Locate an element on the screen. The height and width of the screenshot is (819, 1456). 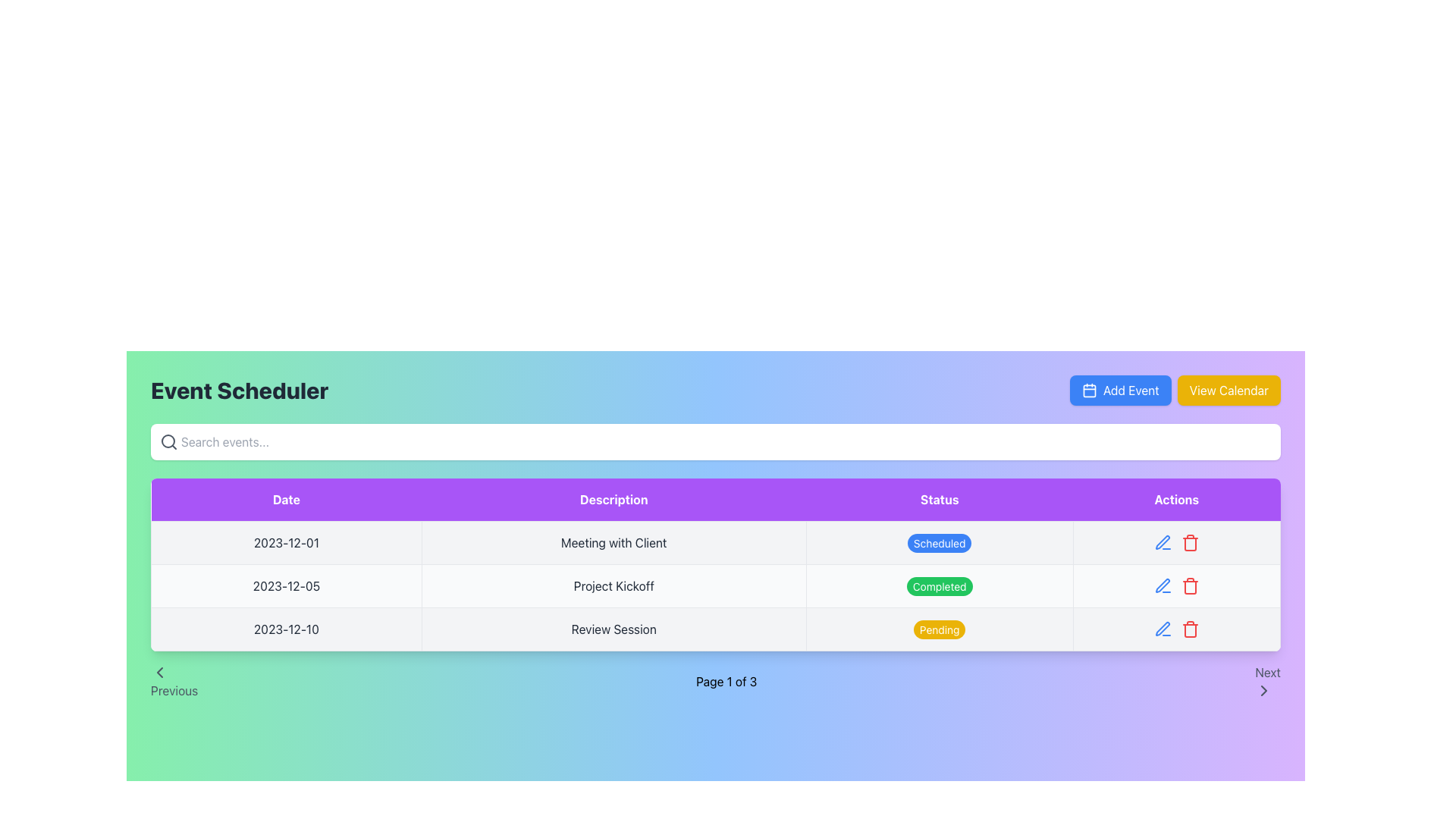
the pen-shaped icon in the 'Actions' column of the last row labeled 'Pending' to initiate the edit action is located at coordinates (1162, 629).